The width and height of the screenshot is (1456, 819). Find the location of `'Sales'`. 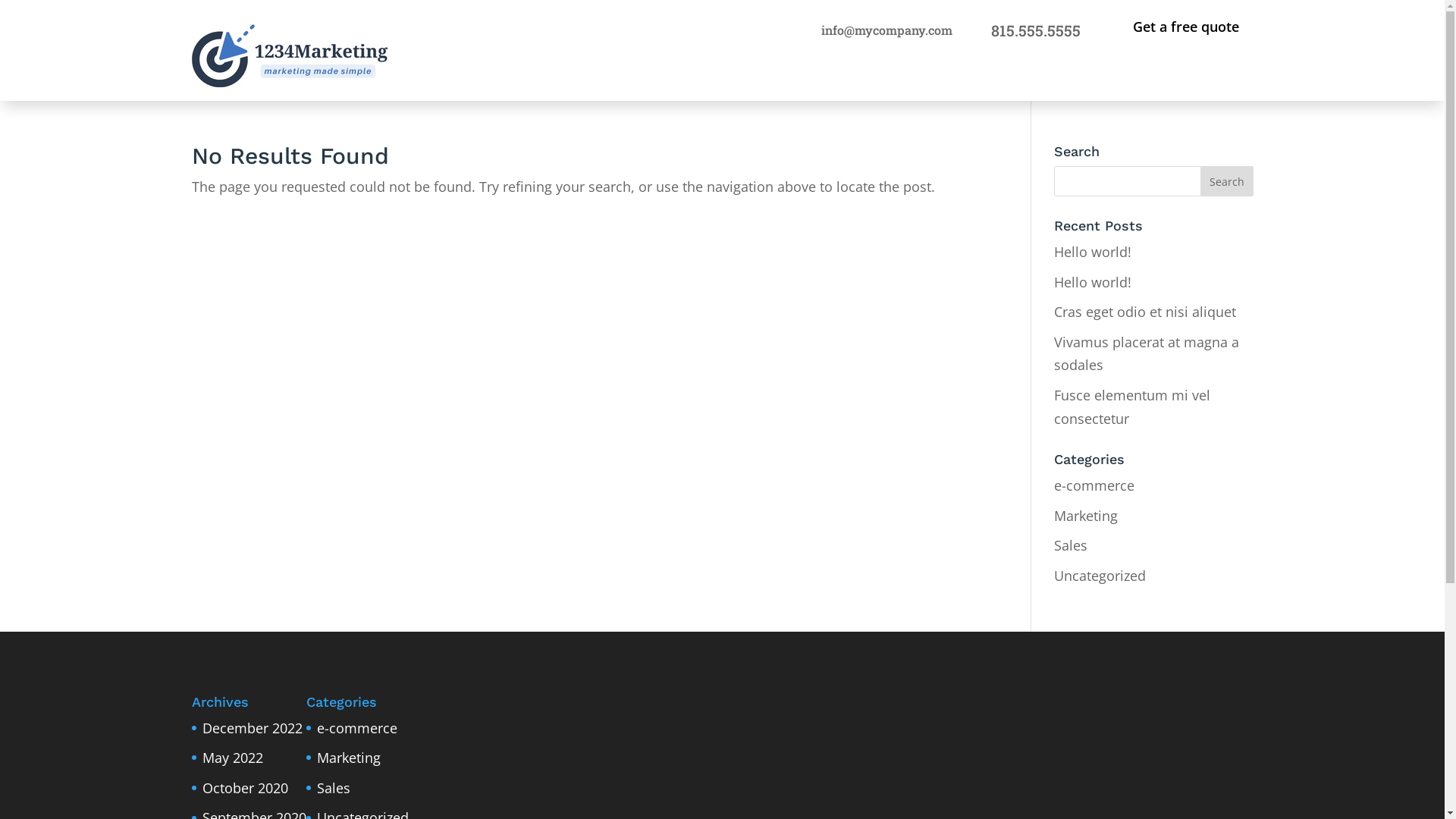

'Sales' is located at coordinates (315, 786).